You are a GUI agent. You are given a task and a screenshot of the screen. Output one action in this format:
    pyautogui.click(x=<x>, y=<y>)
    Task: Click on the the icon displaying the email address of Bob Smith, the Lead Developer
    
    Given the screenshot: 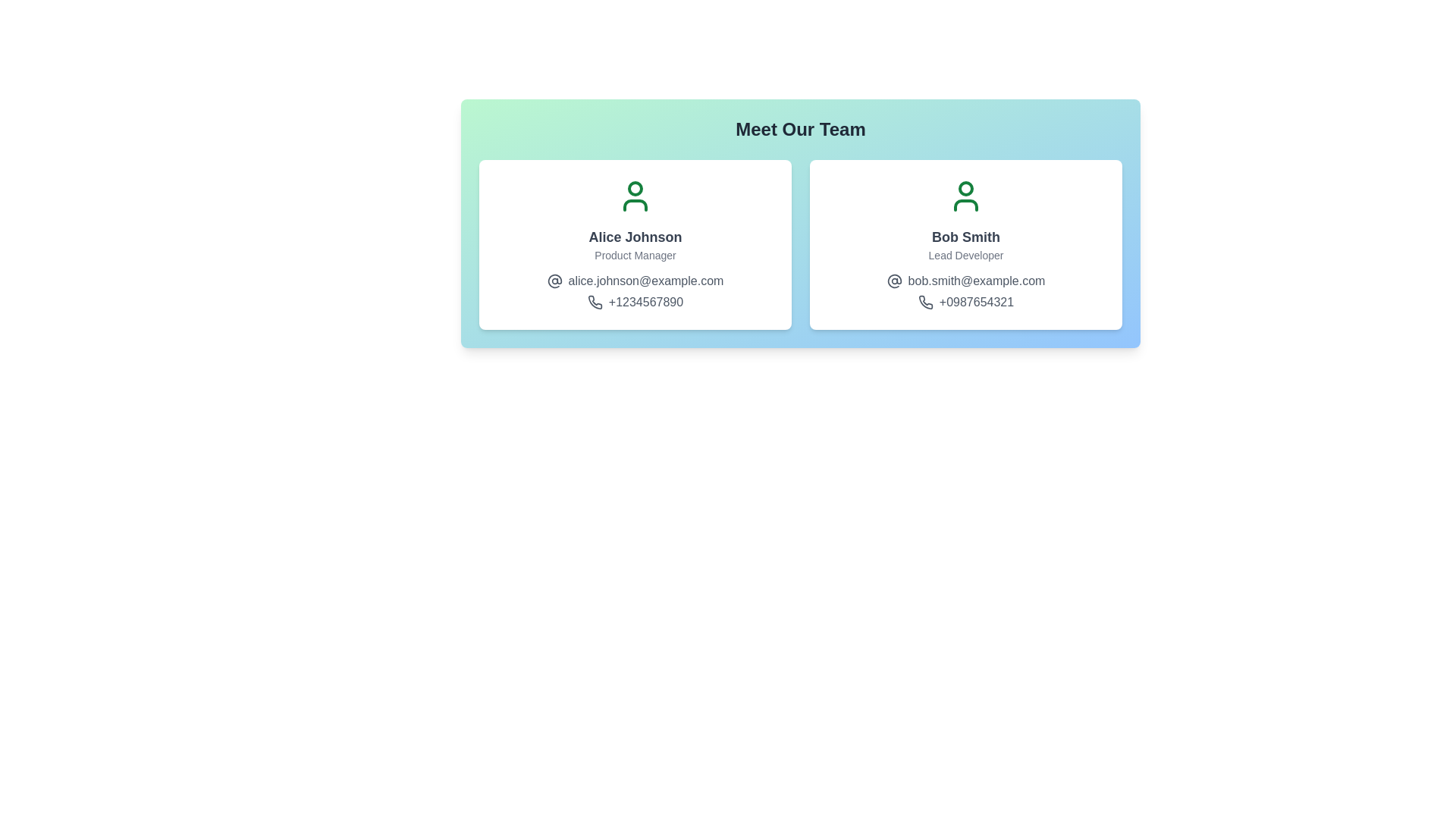 What is the action you would take?
    pyautogui.click(x=965, y=281)
    